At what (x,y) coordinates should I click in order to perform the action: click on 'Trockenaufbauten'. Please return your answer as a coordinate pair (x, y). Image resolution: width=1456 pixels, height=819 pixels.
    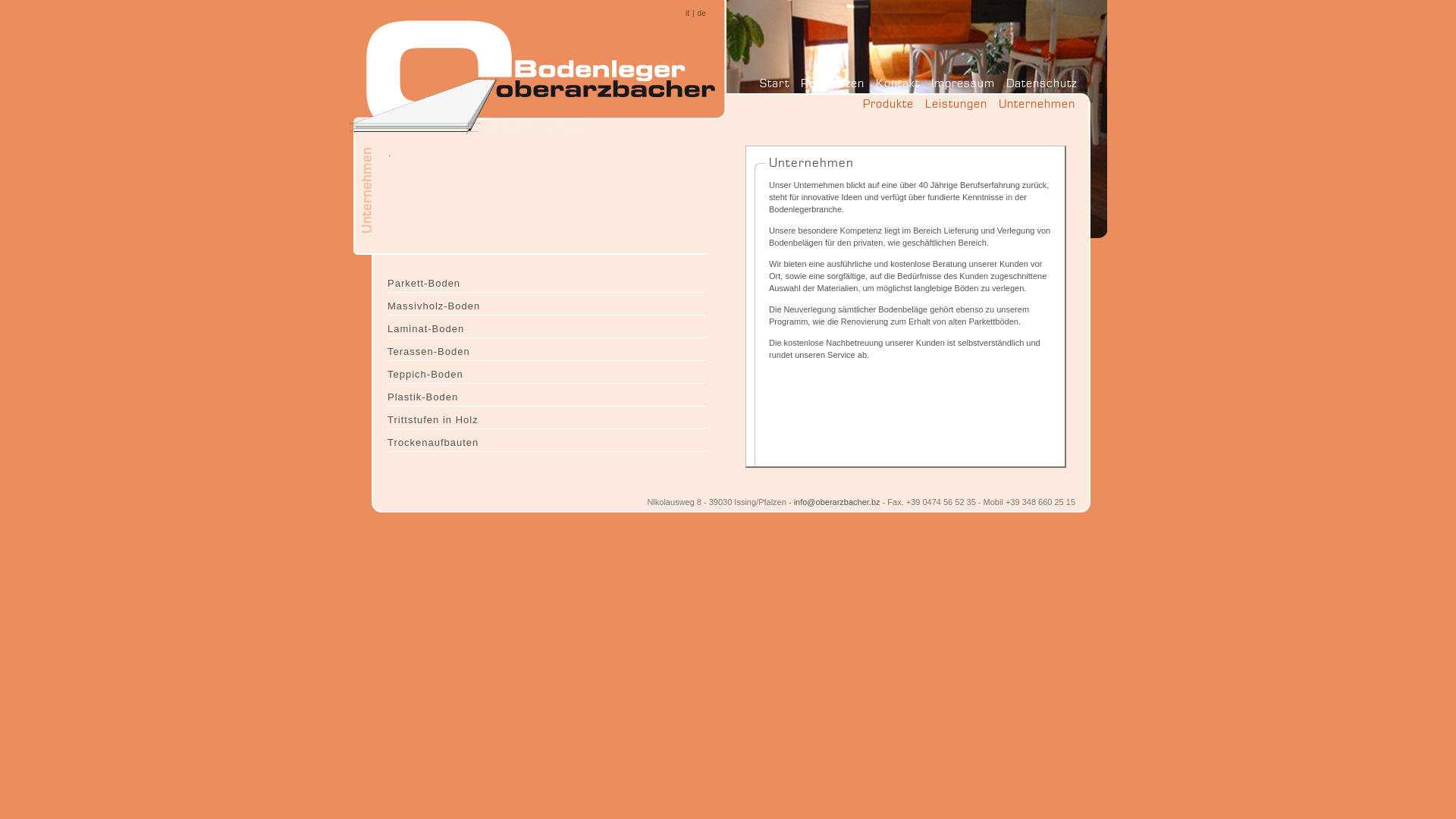
    Looking at the image, I should click on (546, 441).